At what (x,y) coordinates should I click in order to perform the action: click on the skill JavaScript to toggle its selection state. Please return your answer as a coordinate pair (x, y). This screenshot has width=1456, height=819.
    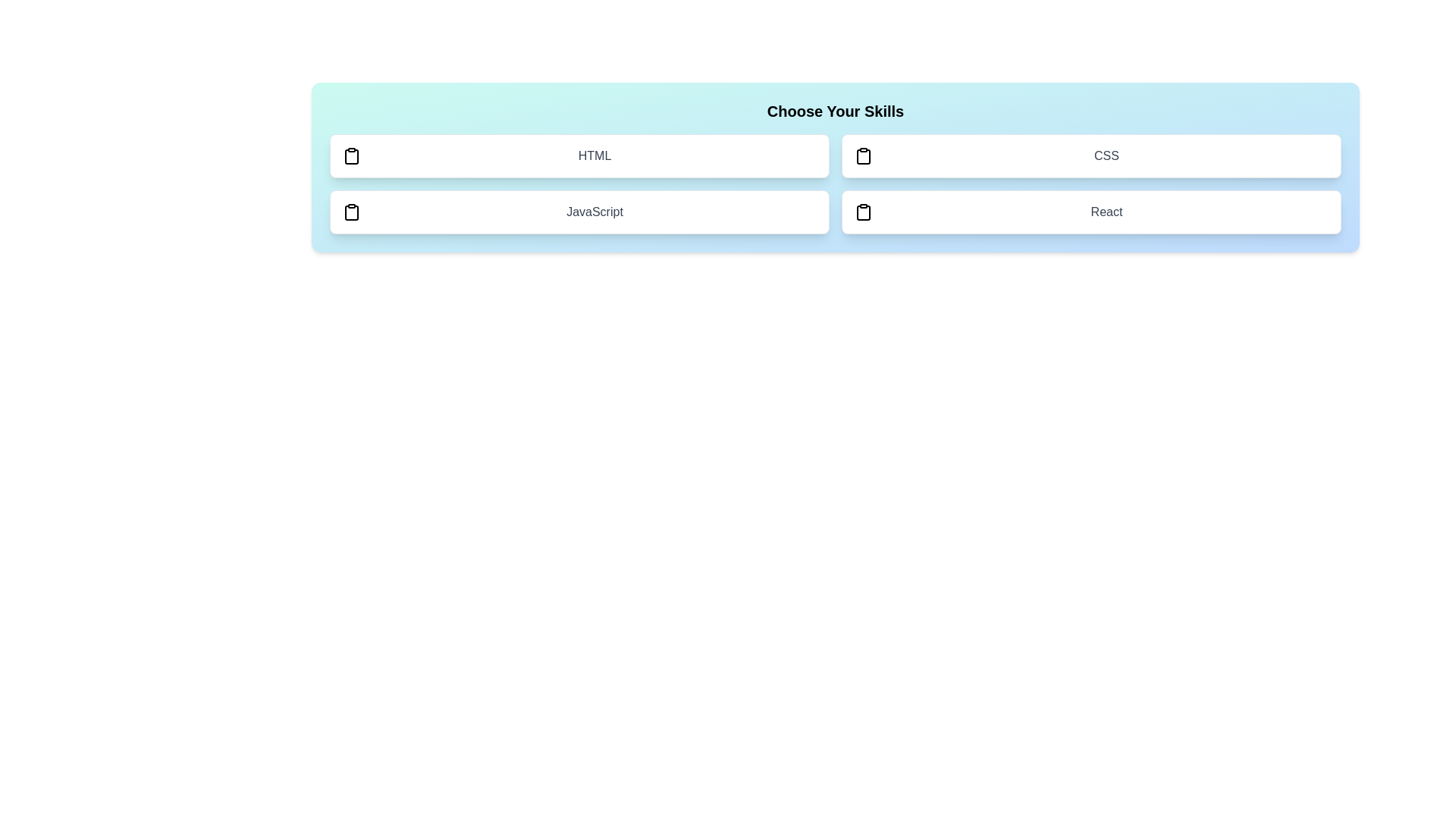
    Looking at the image, I should click on (579, 212).